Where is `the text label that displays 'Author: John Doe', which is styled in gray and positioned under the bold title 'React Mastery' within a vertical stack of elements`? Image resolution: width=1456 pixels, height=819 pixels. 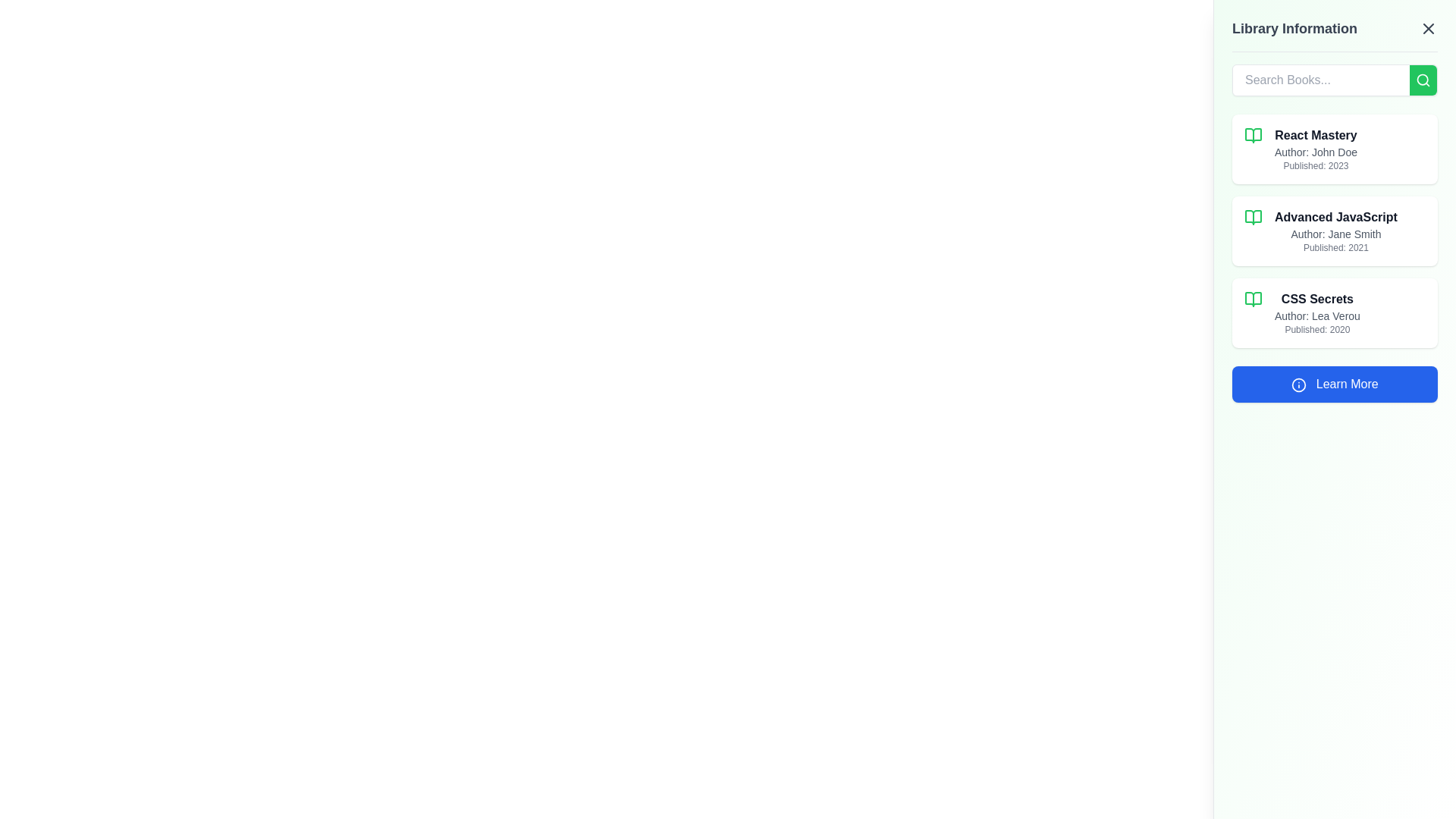
the text label that displays 'Author: John Doe', which is styled in gray and positioned under the bold title 'React Mastery' within a vertical stack of elements is located at coordinates (1315, 152).